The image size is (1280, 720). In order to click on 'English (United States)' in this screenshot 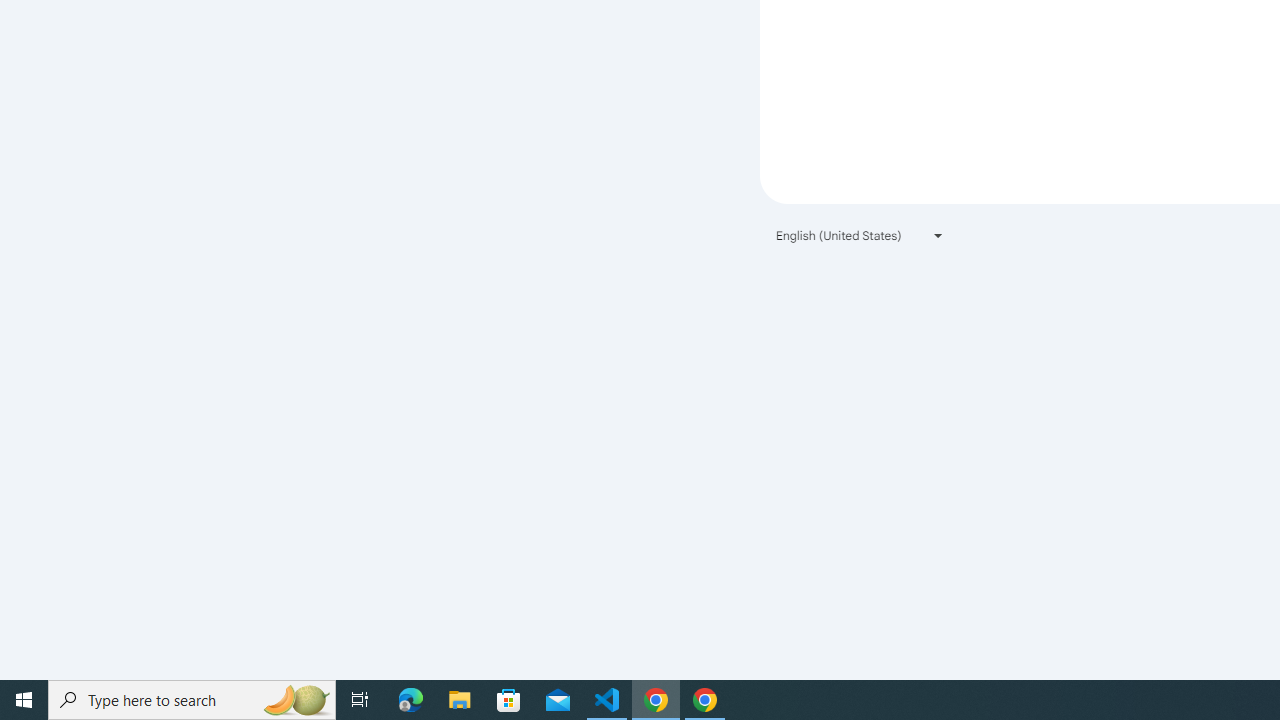, I will do `click(860, 234)`.